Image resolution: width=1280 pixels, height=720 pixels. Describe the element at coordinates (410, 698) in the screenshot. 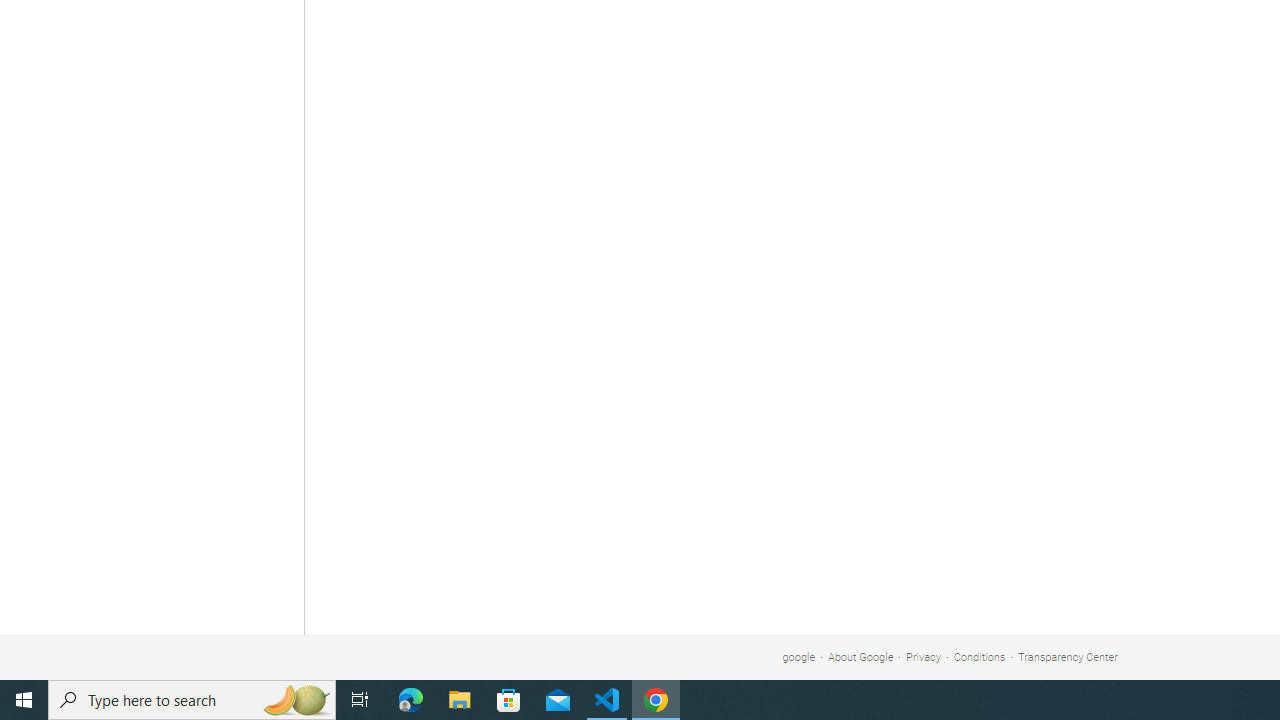

I see `'Microsoft Edge'` at that location.